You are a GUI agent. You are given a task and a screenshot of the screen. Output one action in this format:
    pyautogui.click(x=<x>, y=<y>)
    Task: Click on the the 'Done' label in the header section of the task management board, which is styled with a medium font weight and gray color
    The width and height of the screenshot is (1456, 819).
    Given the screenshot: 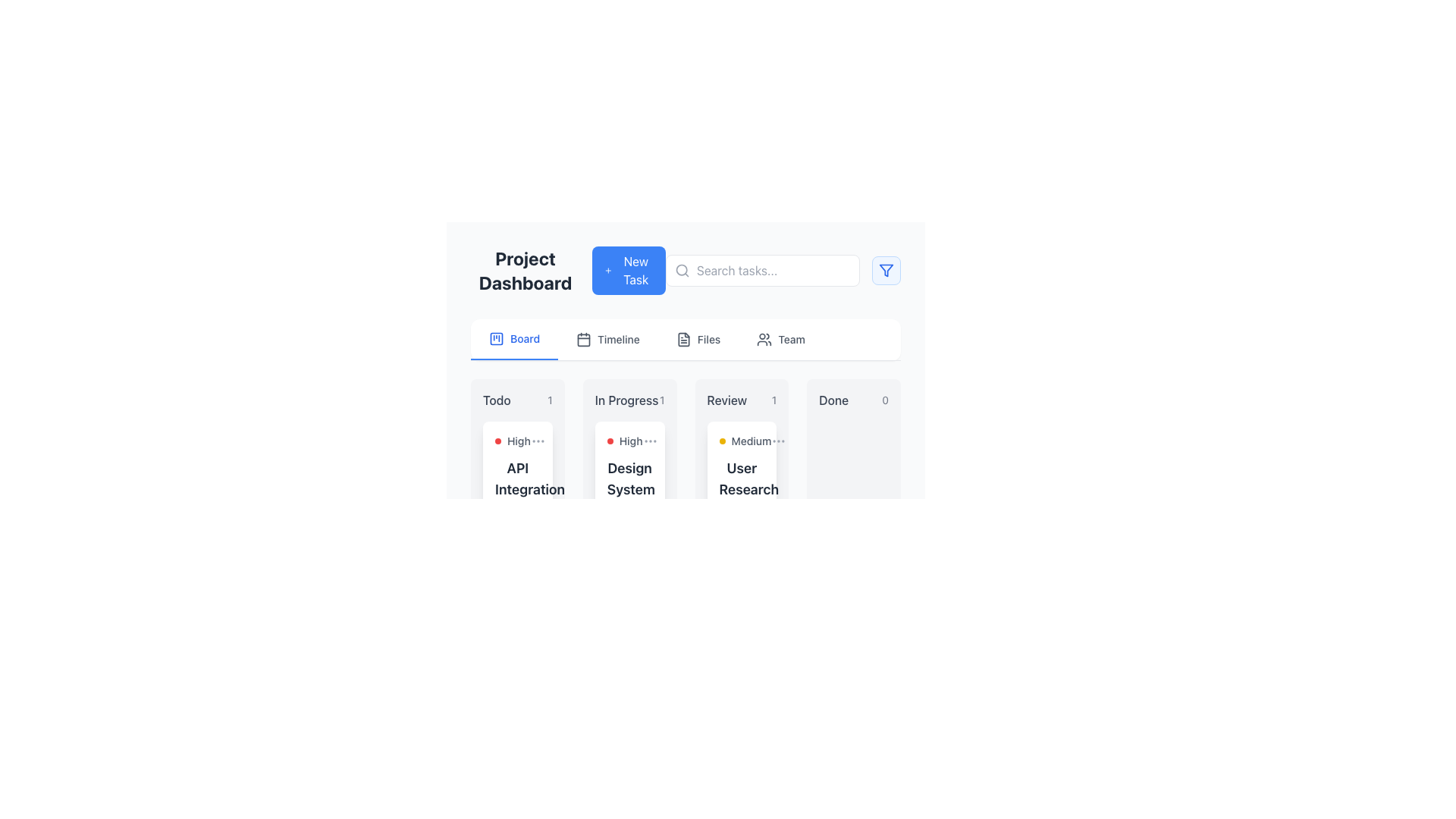 What is the action you would take?
    pyautogui.click(x=833, y=400)
    